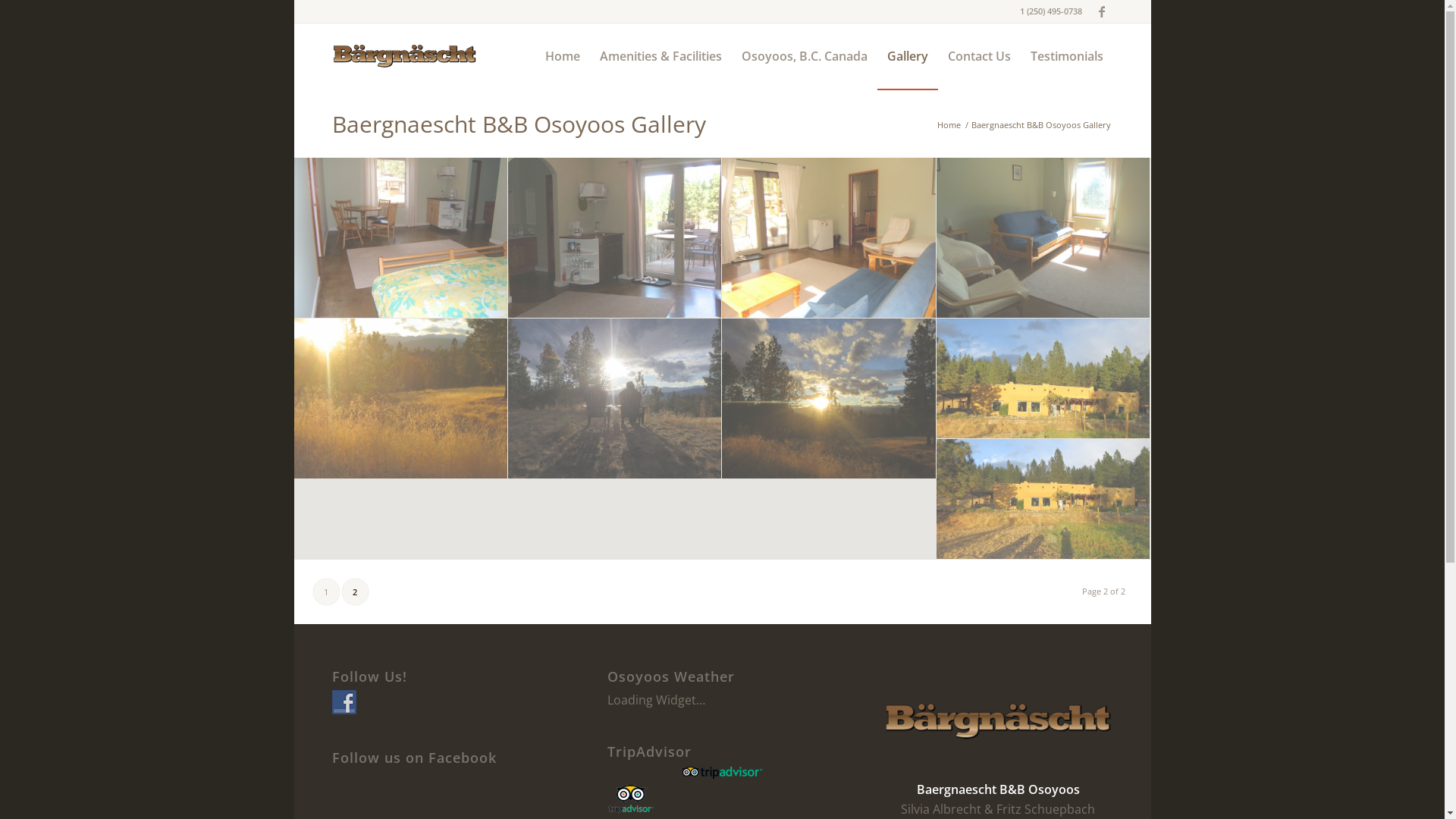 This screenshot has width=1456, height=819. What do you see at coordinates (331, 55) in the screenshot?
I see `'logo-baergnaescht-header'` at bounding box center [331, 55].